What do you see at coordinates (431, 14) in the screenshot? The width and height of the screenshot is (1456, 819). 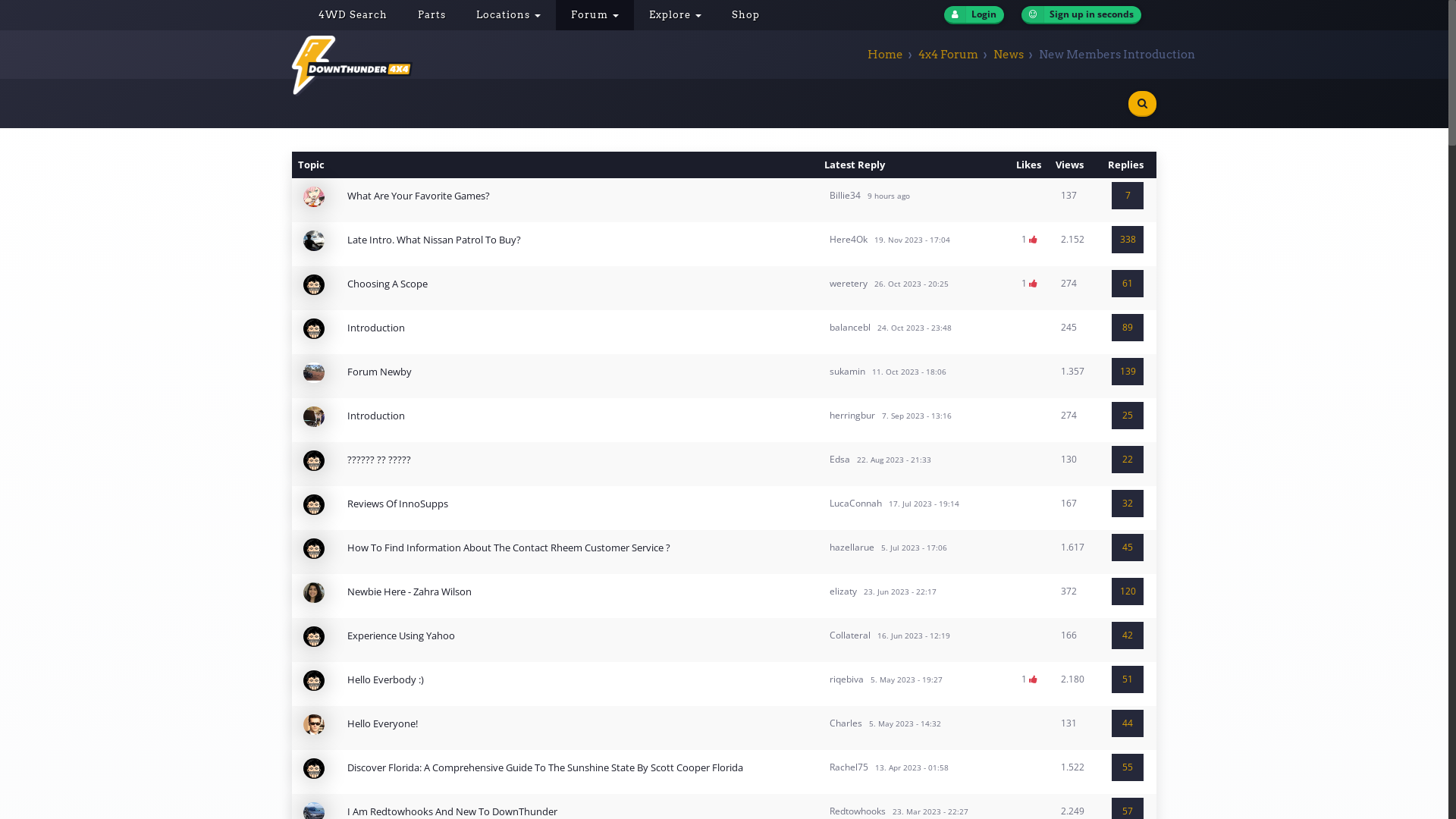 I see `'Parts'` at bounding box center [431, 14].